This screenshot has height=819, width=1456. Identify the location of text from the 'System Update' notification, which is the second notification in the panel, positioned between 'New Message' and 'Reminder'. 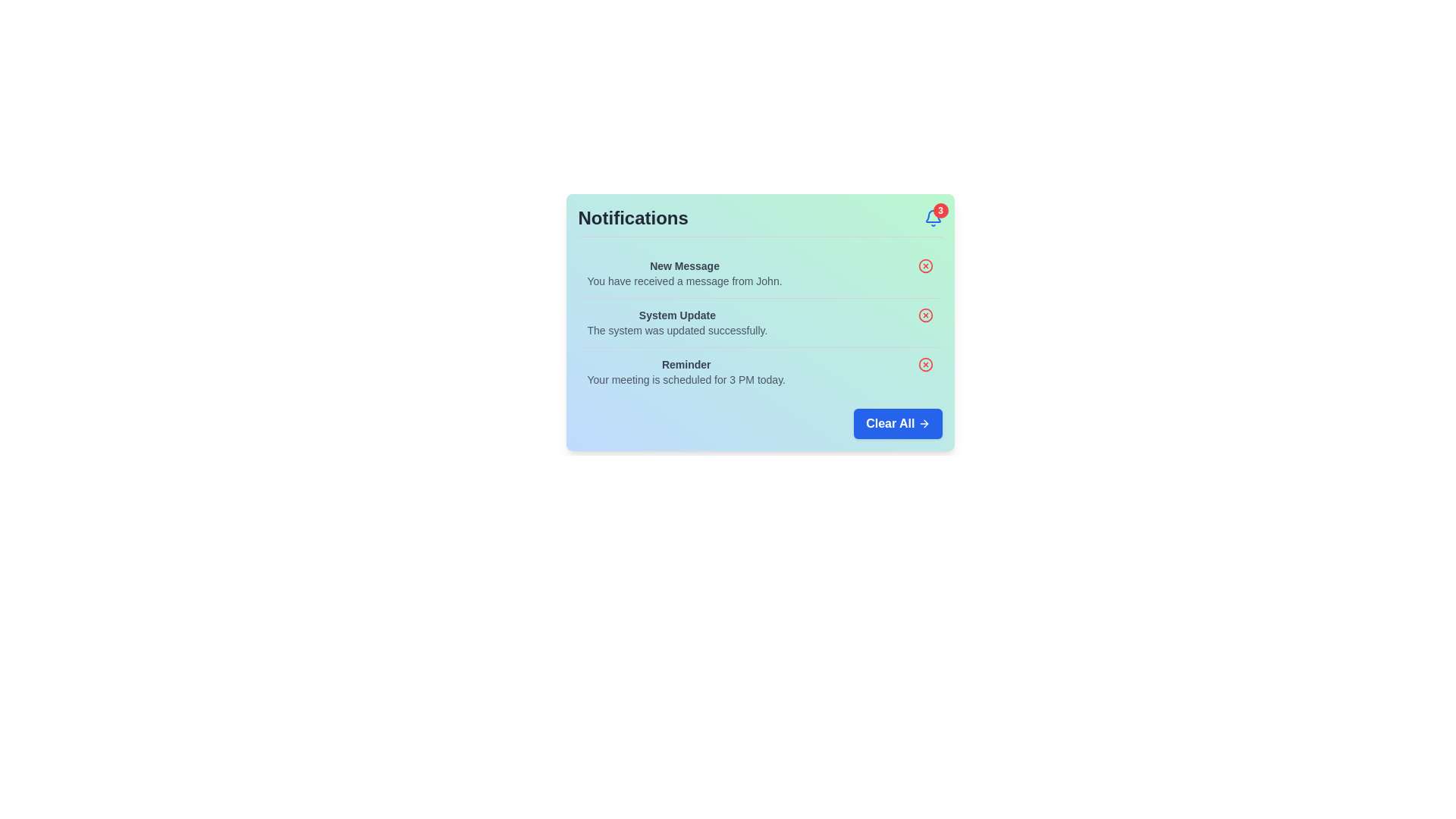
(676, 322).